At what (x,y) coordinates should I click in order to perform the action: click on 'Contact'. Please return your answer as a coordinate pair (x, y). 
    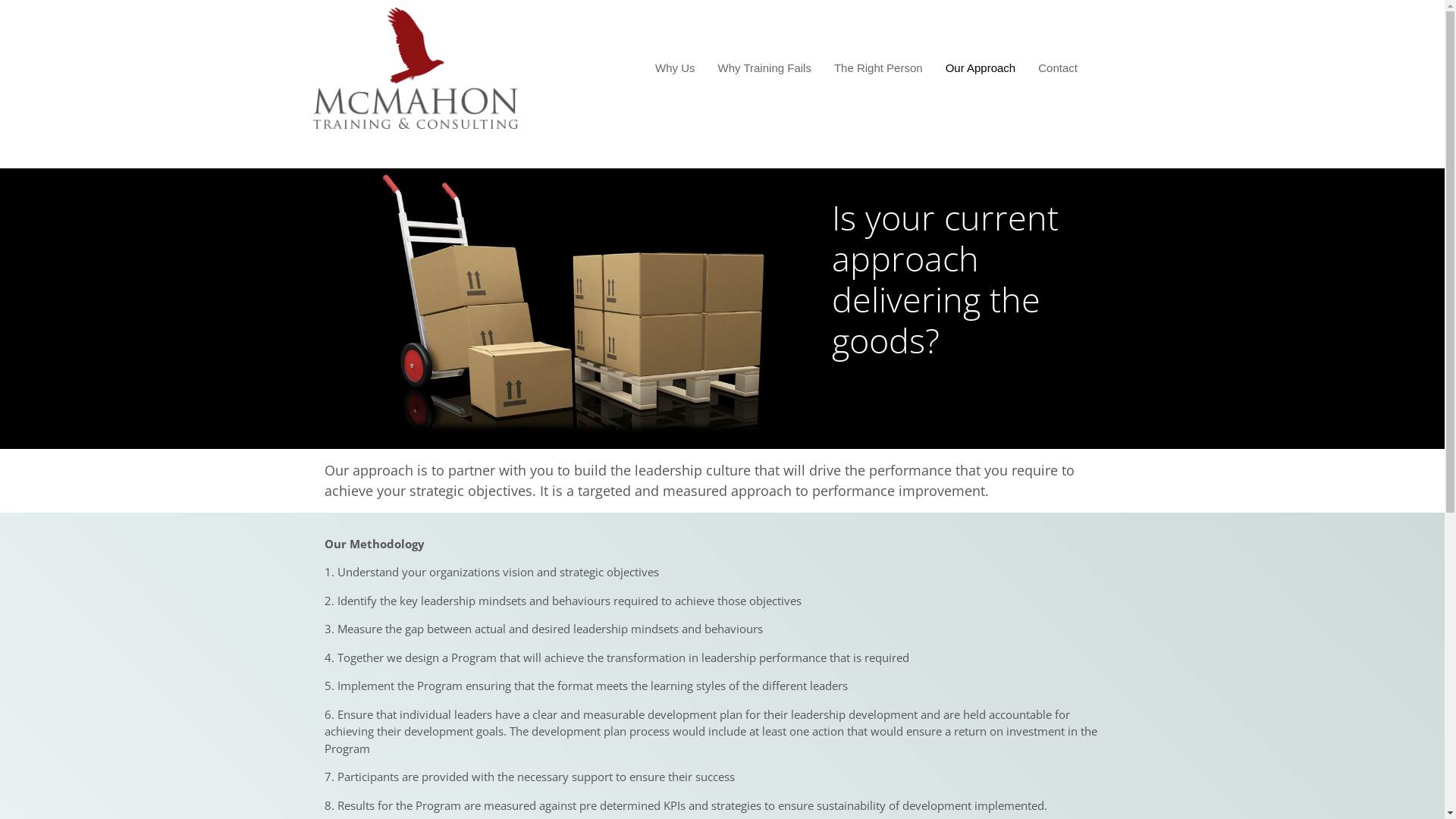
    Looking at the image, I should click on (1026, 67).